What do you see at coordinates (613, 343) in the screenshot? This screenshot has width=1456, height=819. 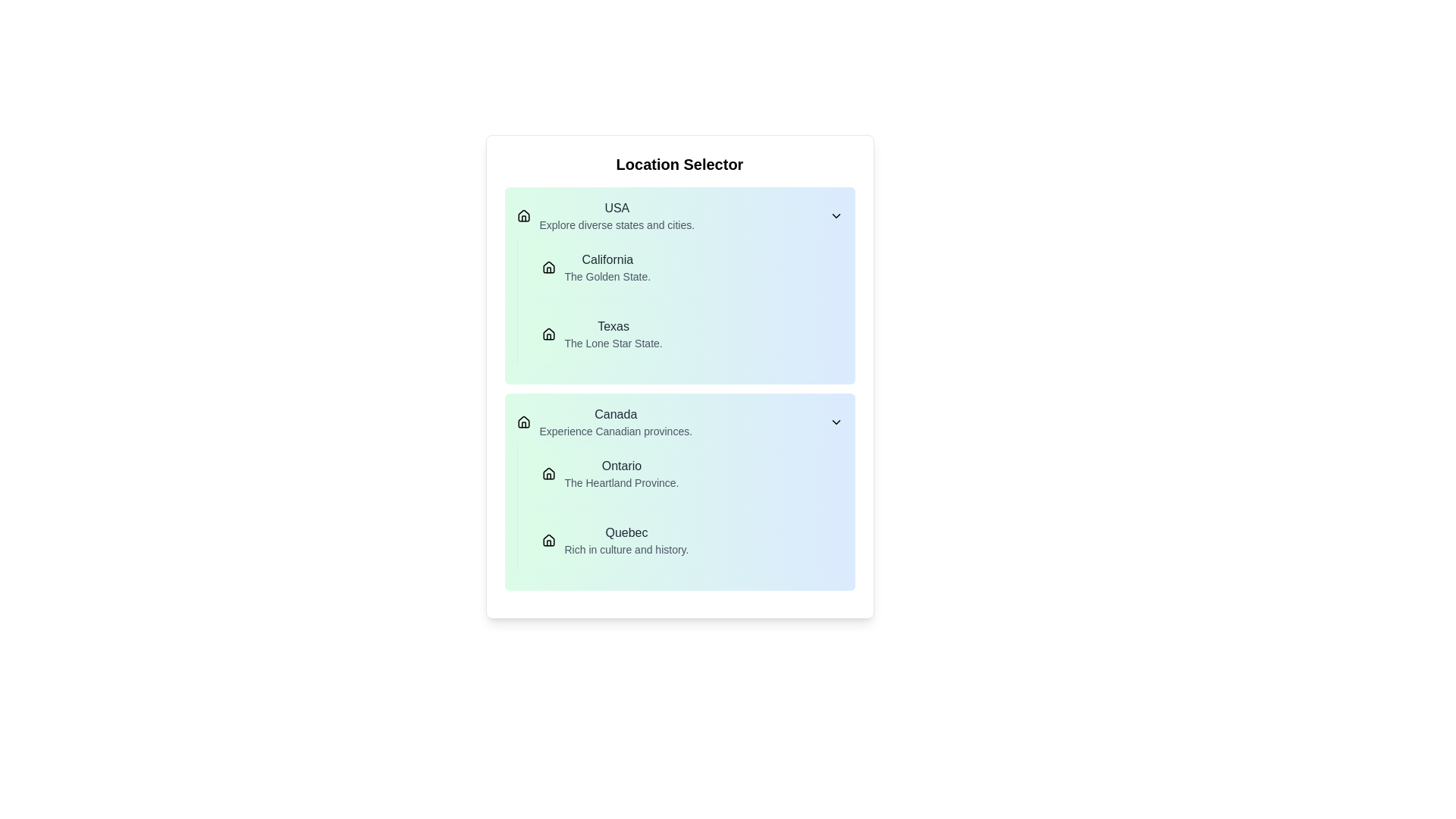 I see `the small text label displaying the phrase 'The Lone Star State' located underneath the 'Texas' label in the location selector component` at bounding box center [613, 343].